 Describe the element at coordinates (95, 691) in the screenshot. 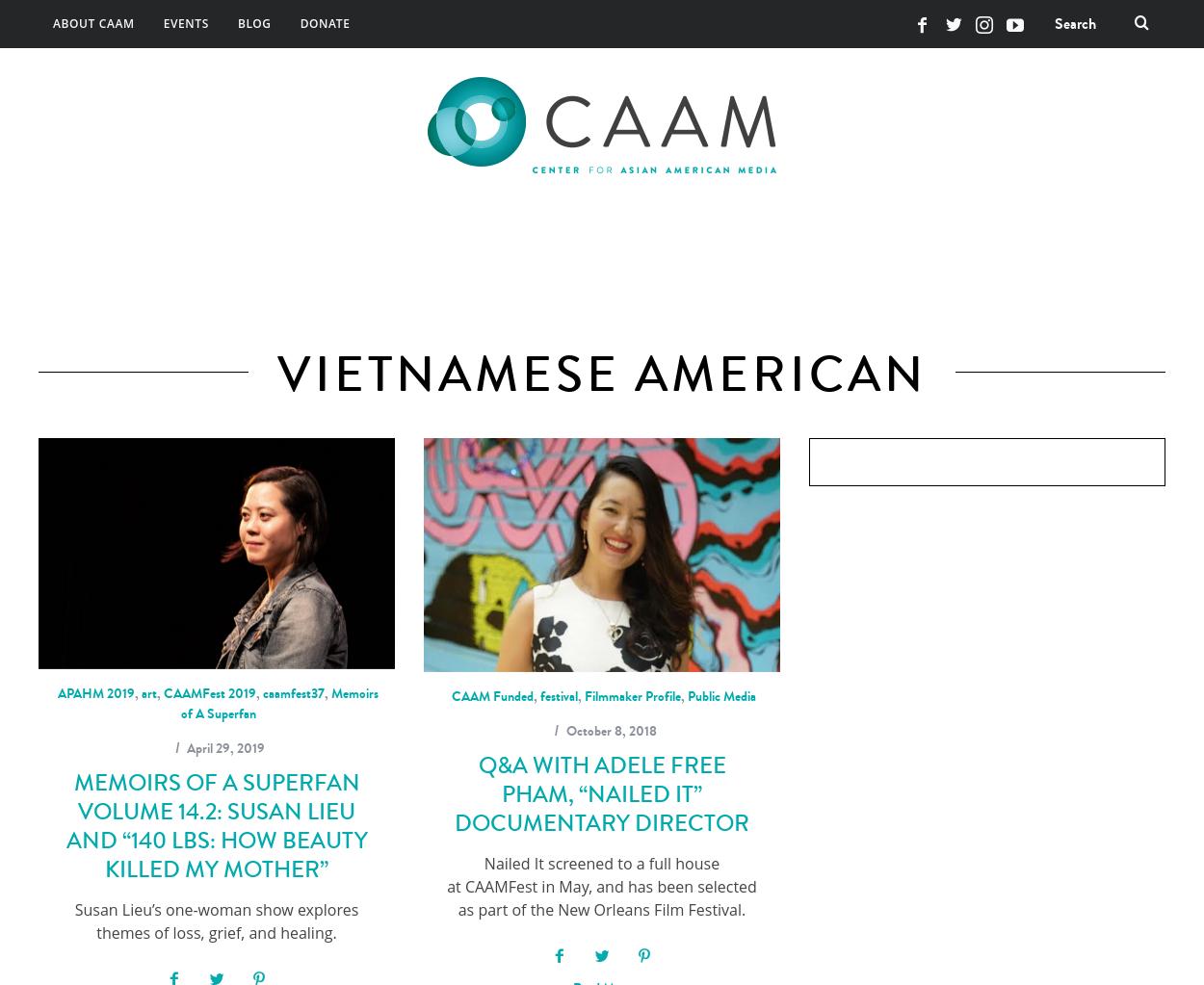

I see `'APAHM 2019'` at that location.